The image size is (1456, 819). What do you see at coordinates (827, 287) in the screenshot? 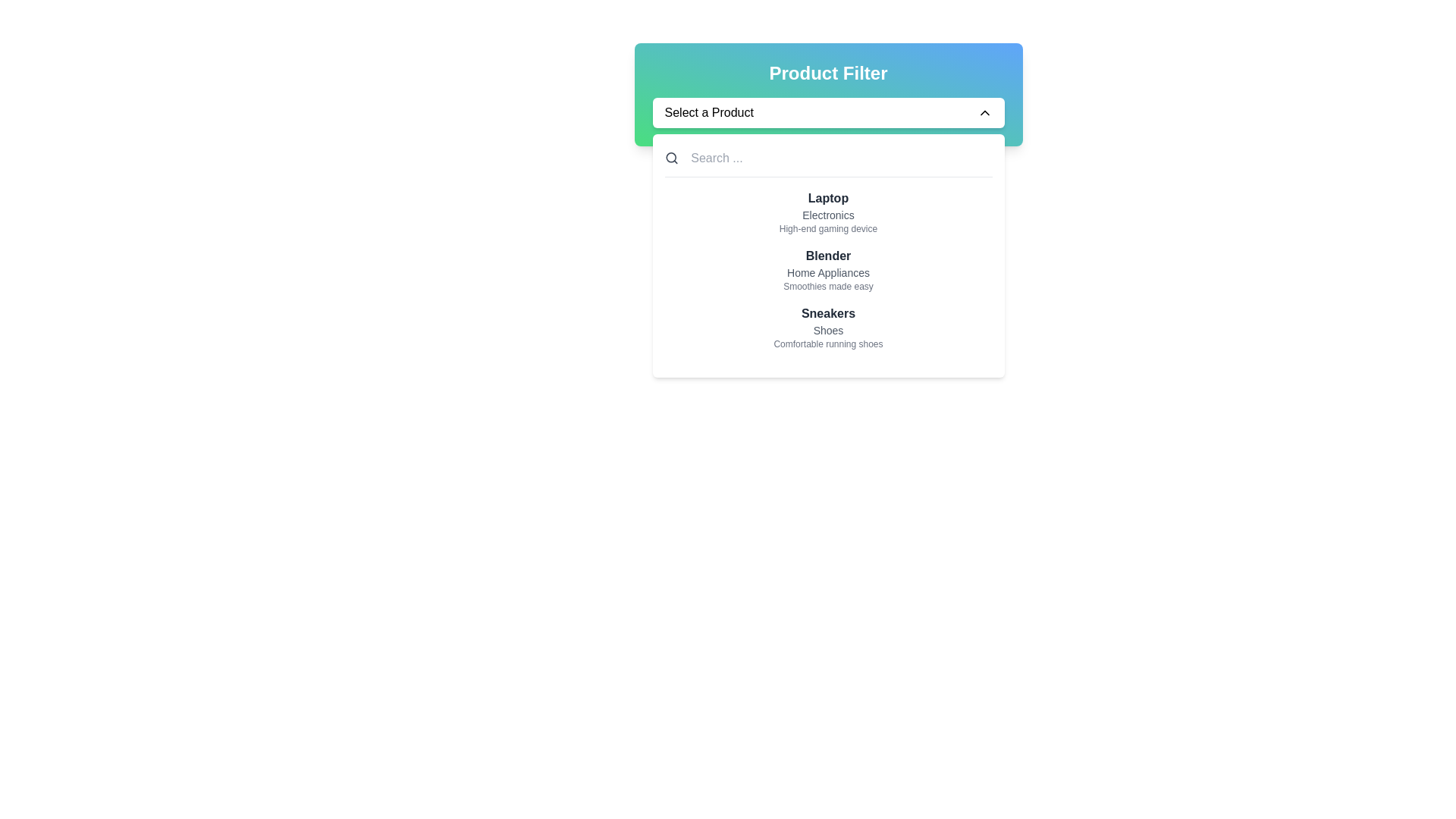
I see `the text label that reads 'Smoothies made easy', which is styled in small light gray font and located below 'Home Appliances' in the central column of the interface under 'Product Filter'` at bounding box center [827, 287].